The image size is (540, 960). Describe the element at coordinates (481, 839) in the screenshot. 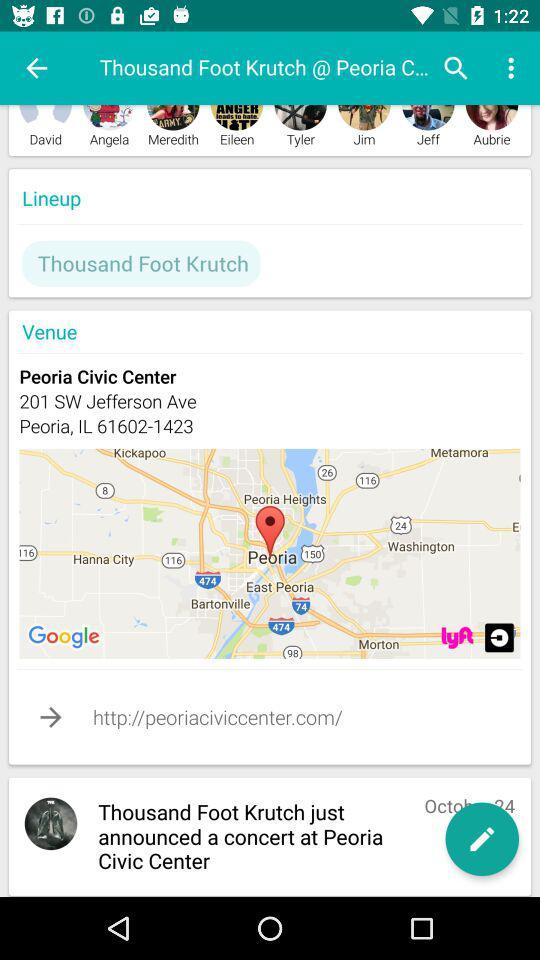

I see `edit option` at that location.